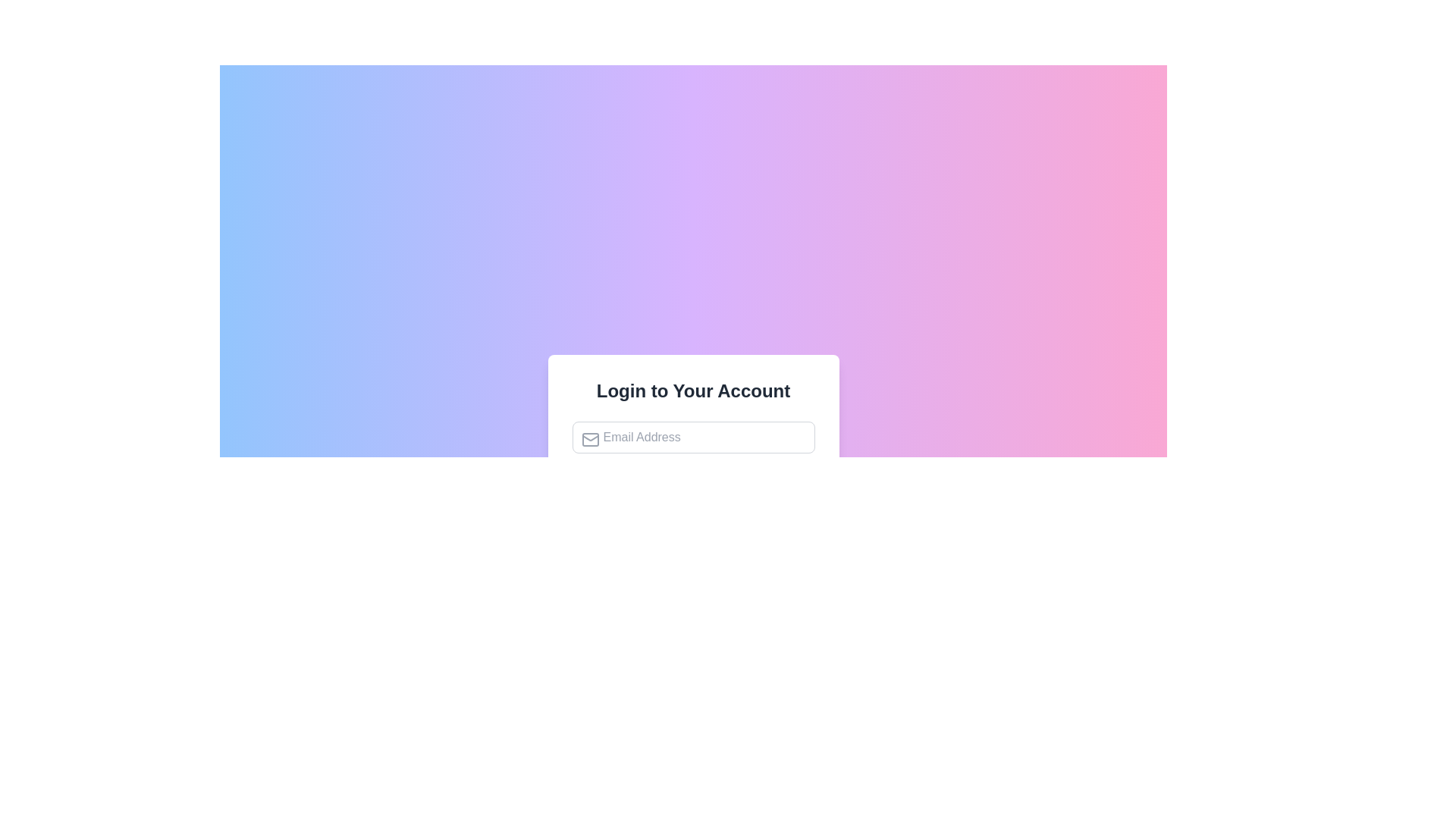 This screenshot has width=1456, height=819. What do you see at coordinates (692, 391) in the screenshot?
I see `the Text Label that serves as the title for the login form, positioned at the top of a white, rounded rectangular box` at bounding box center [692, 391].